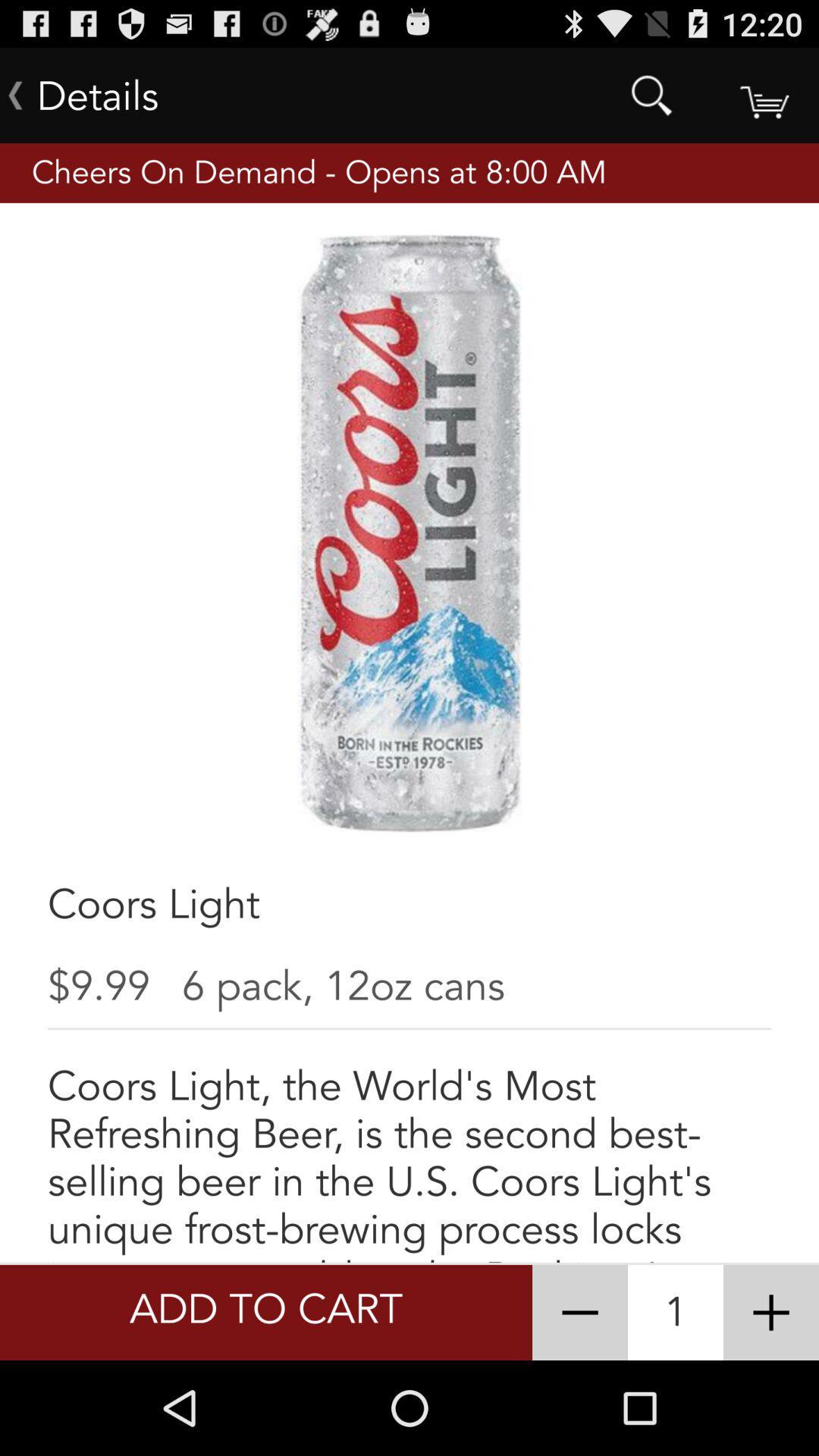 Image resolution: width=819 pixels, height=1456 pixels. Describe the element at coordinates (771, 1312) in the screenshot. I see `the item next to the 1 item` at that location.